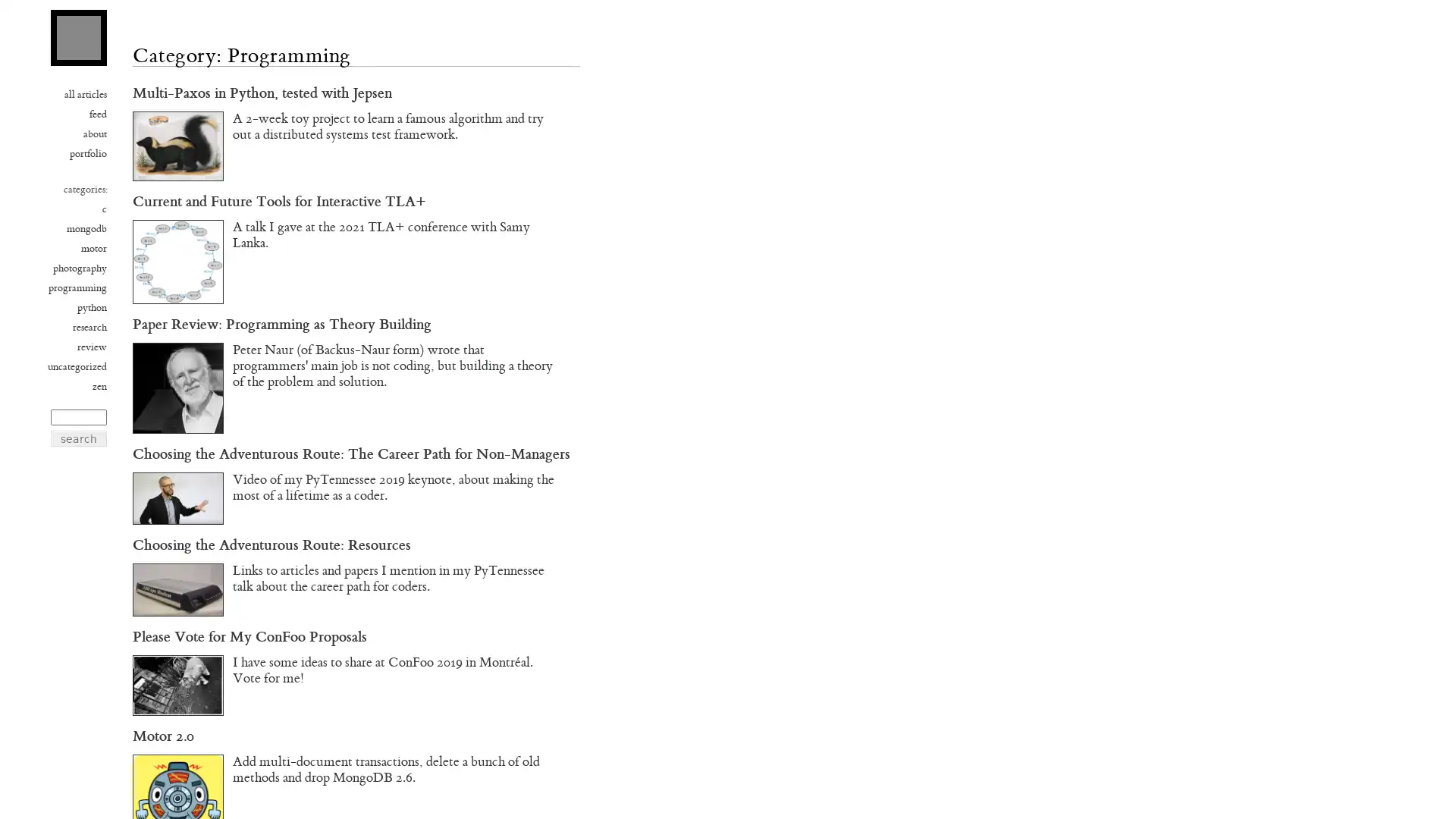 The height and width of the screenshot is (819, 1456). Describe the element at coordinates (78, 438) in the screenshot. I see `search` at that location.